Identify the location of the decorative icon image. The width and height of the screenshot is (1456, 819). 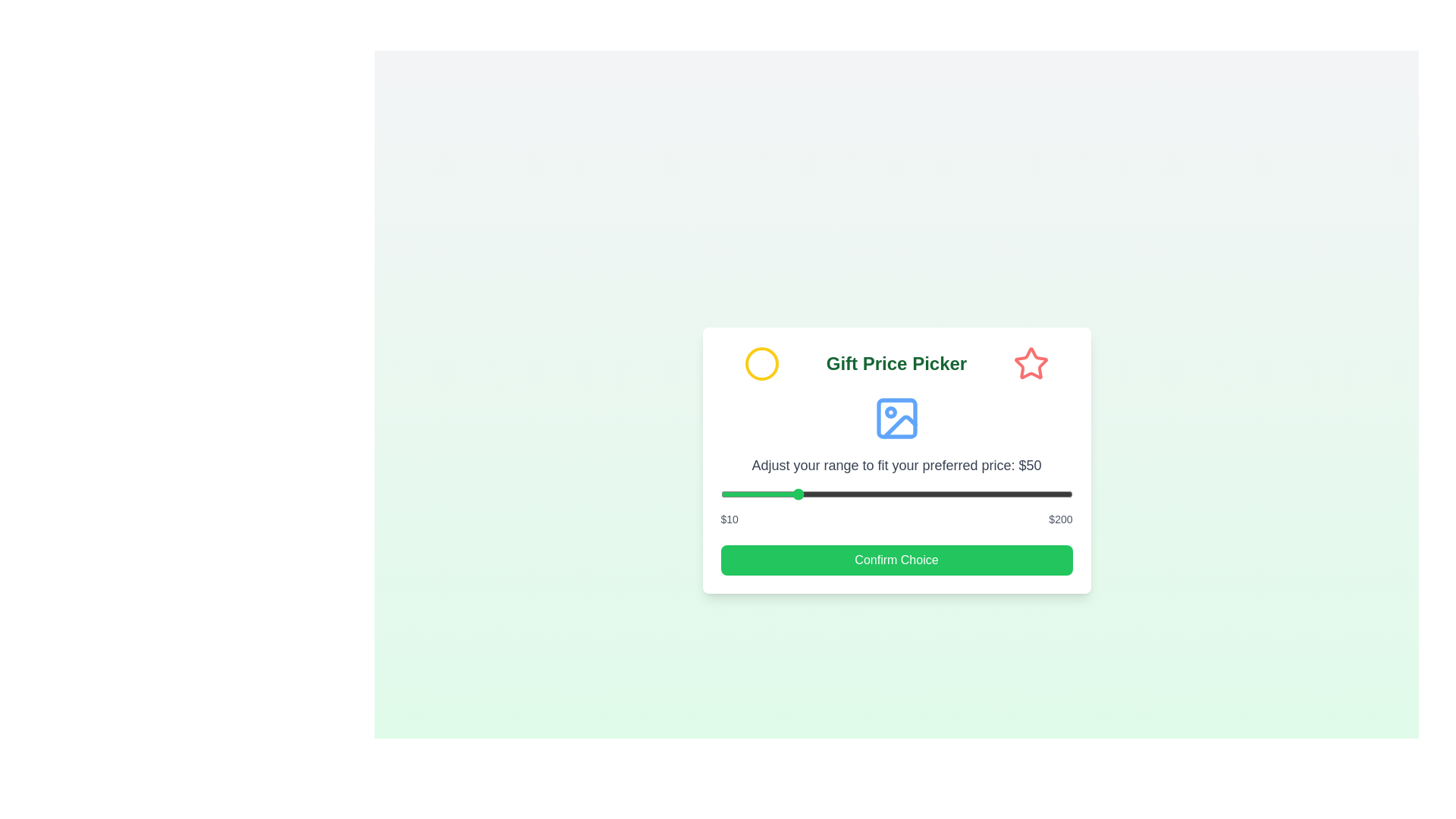
(896, 418).